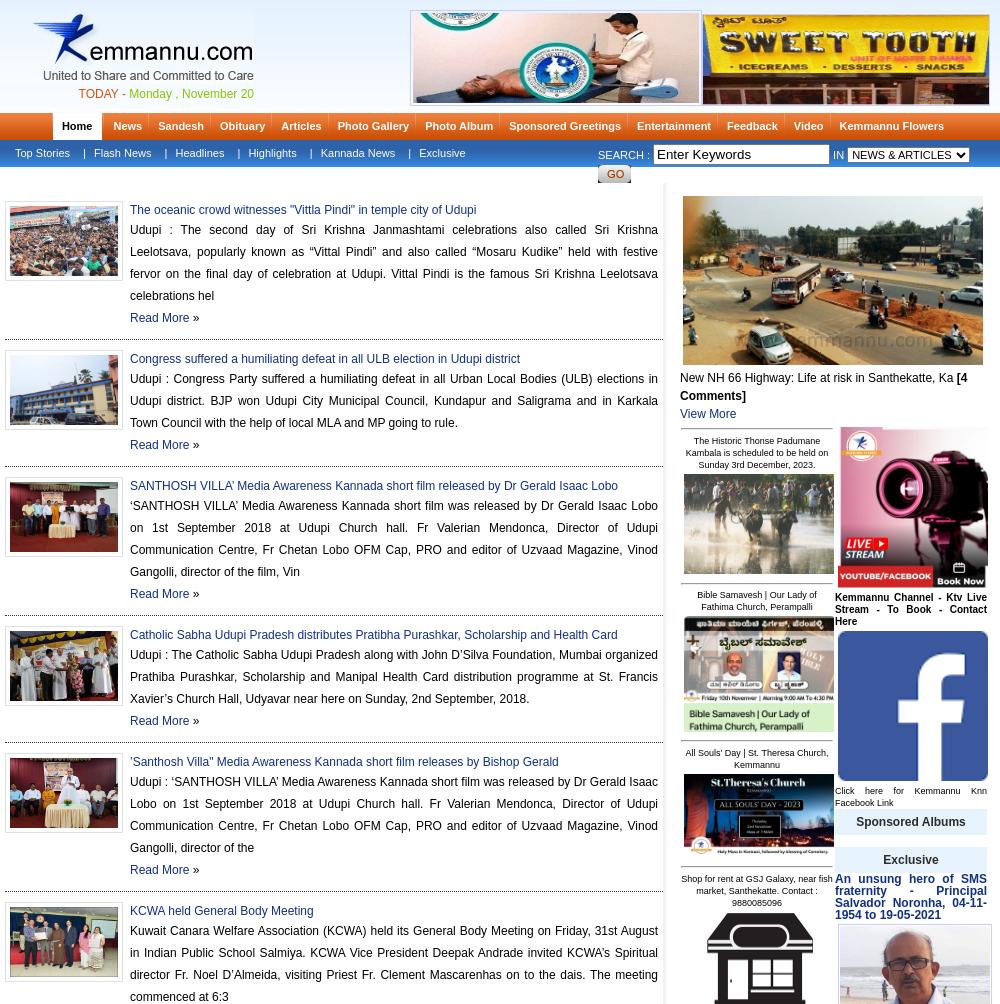 Image resolution: width=1000 pixels, height=1004 pixels. What do you see at coordinates (181, 126) in the screenshot?
I see `'Sandesh'` at bounding box center [181, 126].